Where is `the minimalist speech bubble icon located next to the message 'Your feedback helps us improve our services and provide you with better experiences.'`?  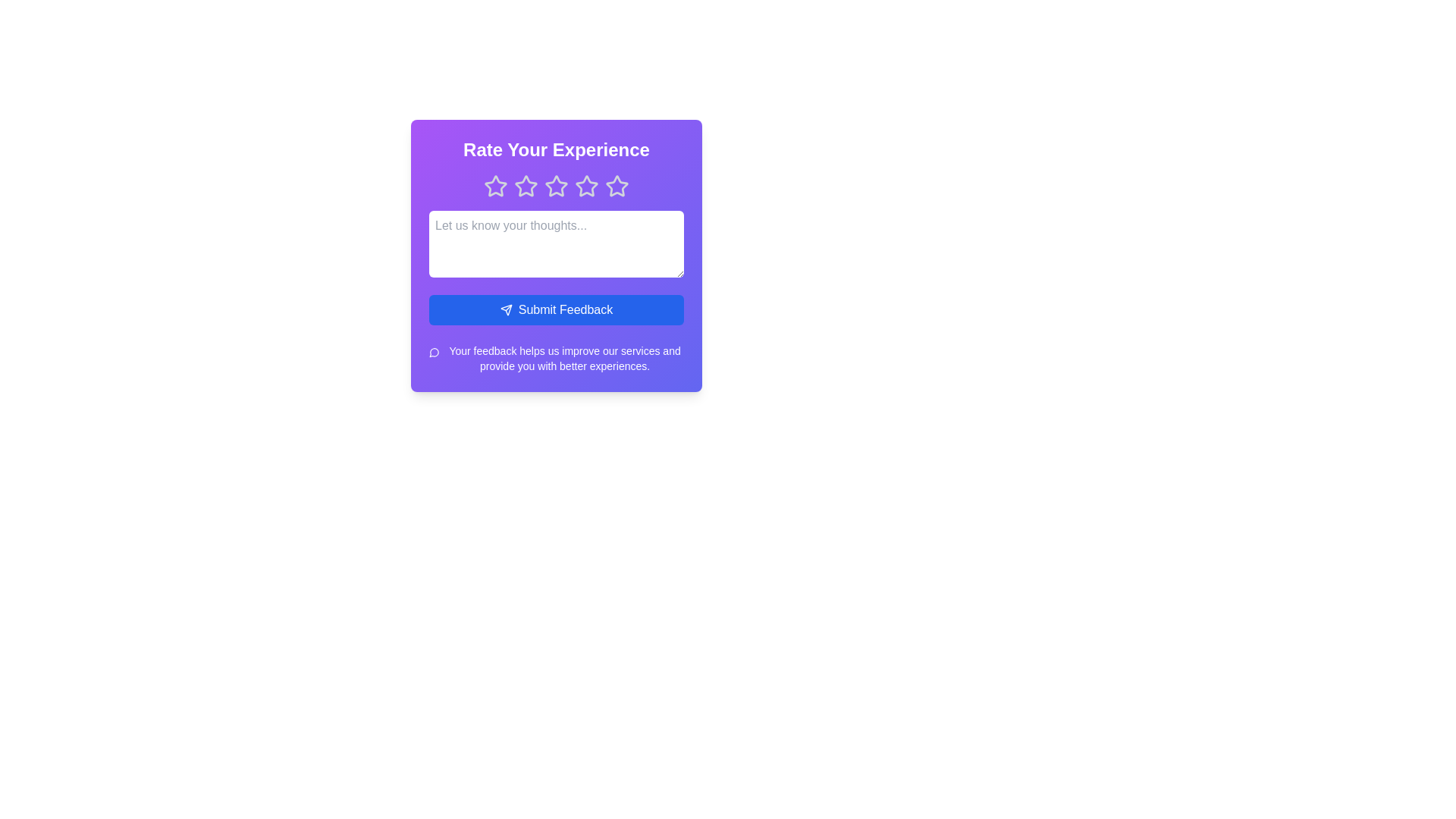 the minimalist speech bubble icon located next to the message 'Your feedback helps us improve our services and provide you with better experiences.' is located at coordinates (434, 353).